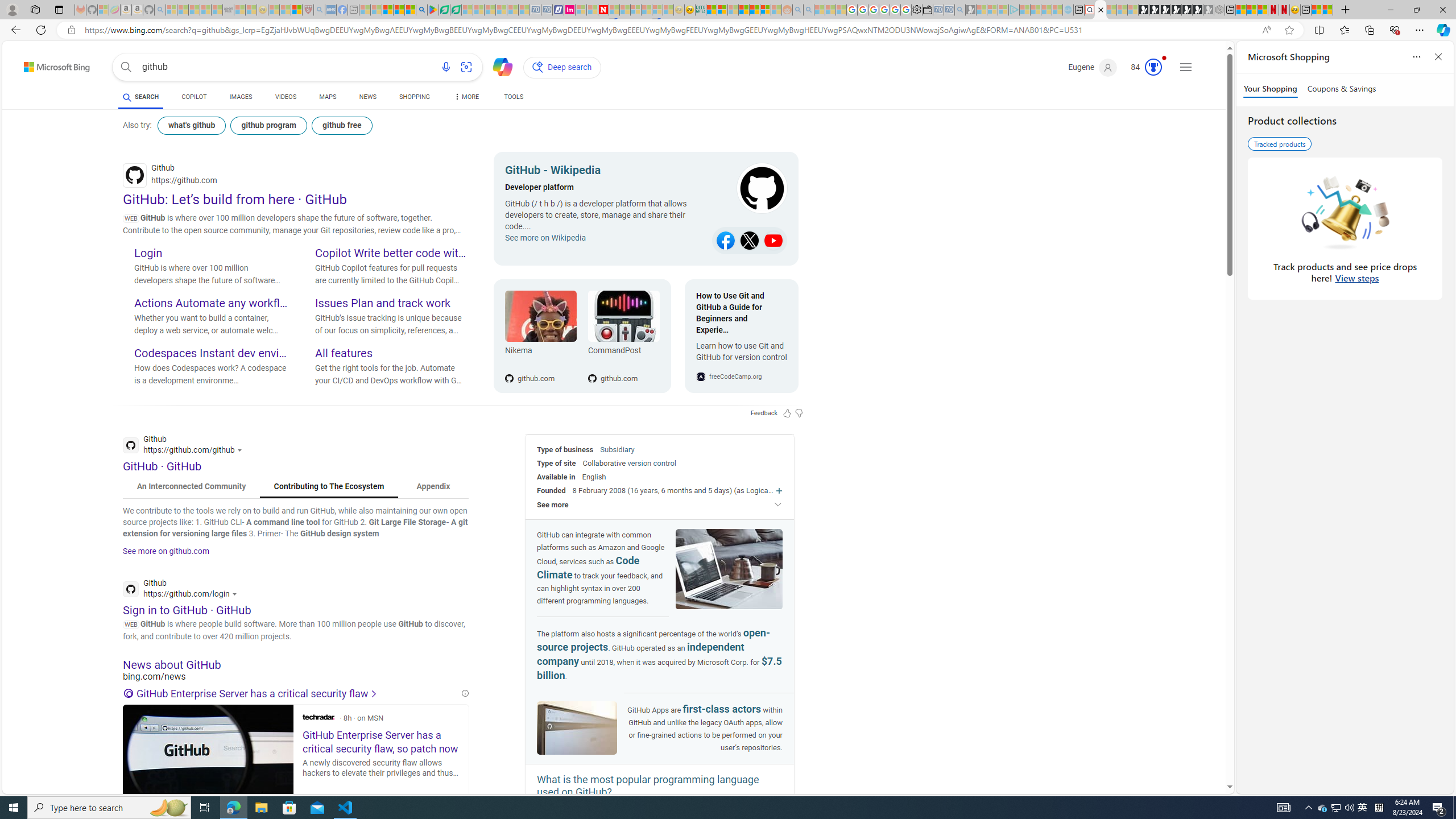  What do you see at coordinates (565, 449) in the screenshot?
I see `'Type of business'` at bounding box center [565, 449].